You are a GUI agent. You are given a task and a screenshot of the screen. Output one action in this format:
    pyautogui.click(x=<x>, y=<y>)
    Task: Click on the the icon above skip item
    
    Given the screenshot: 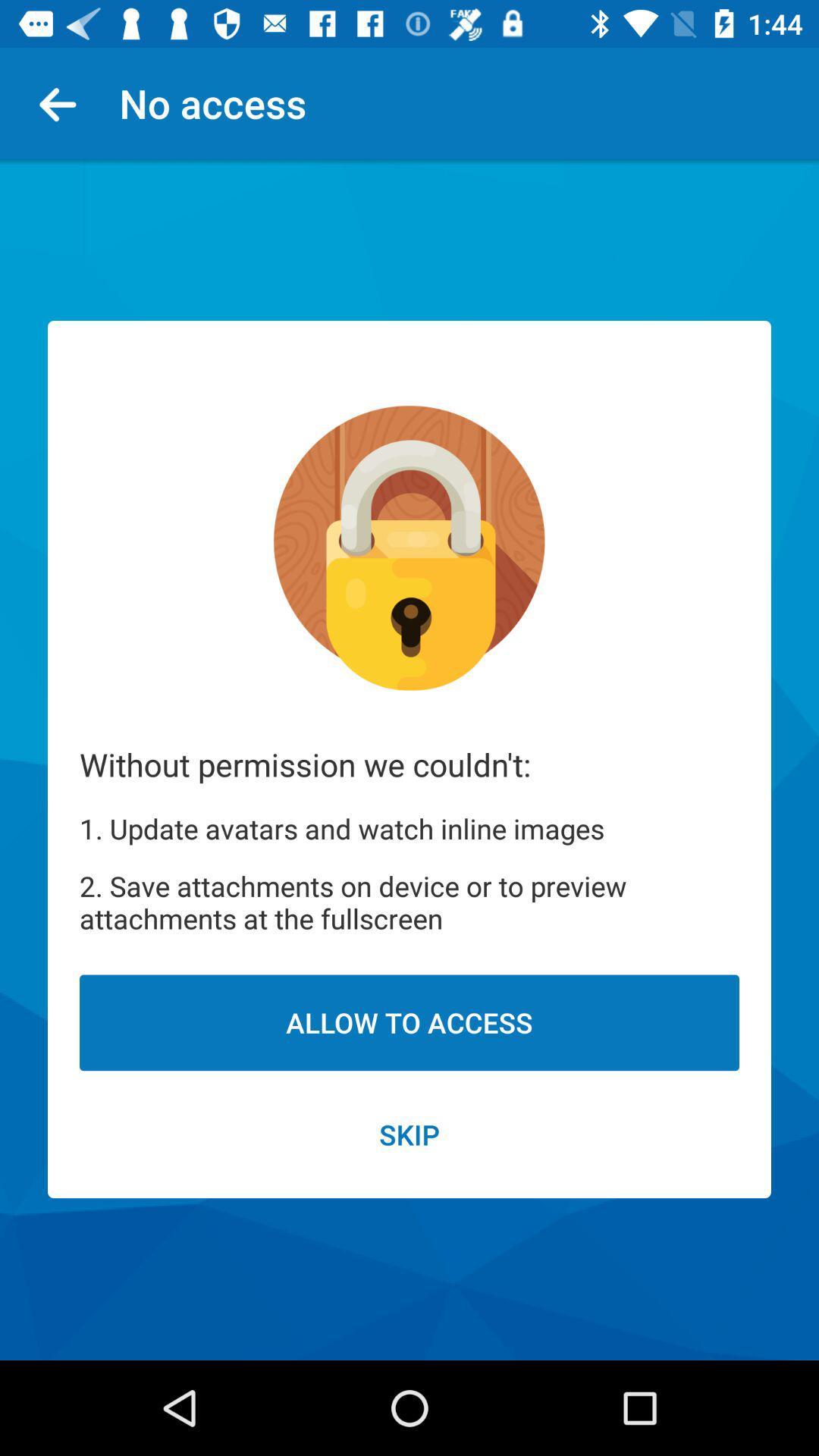 What is the action you would take?
    pyautogui.click(x=409, y=1022)
    